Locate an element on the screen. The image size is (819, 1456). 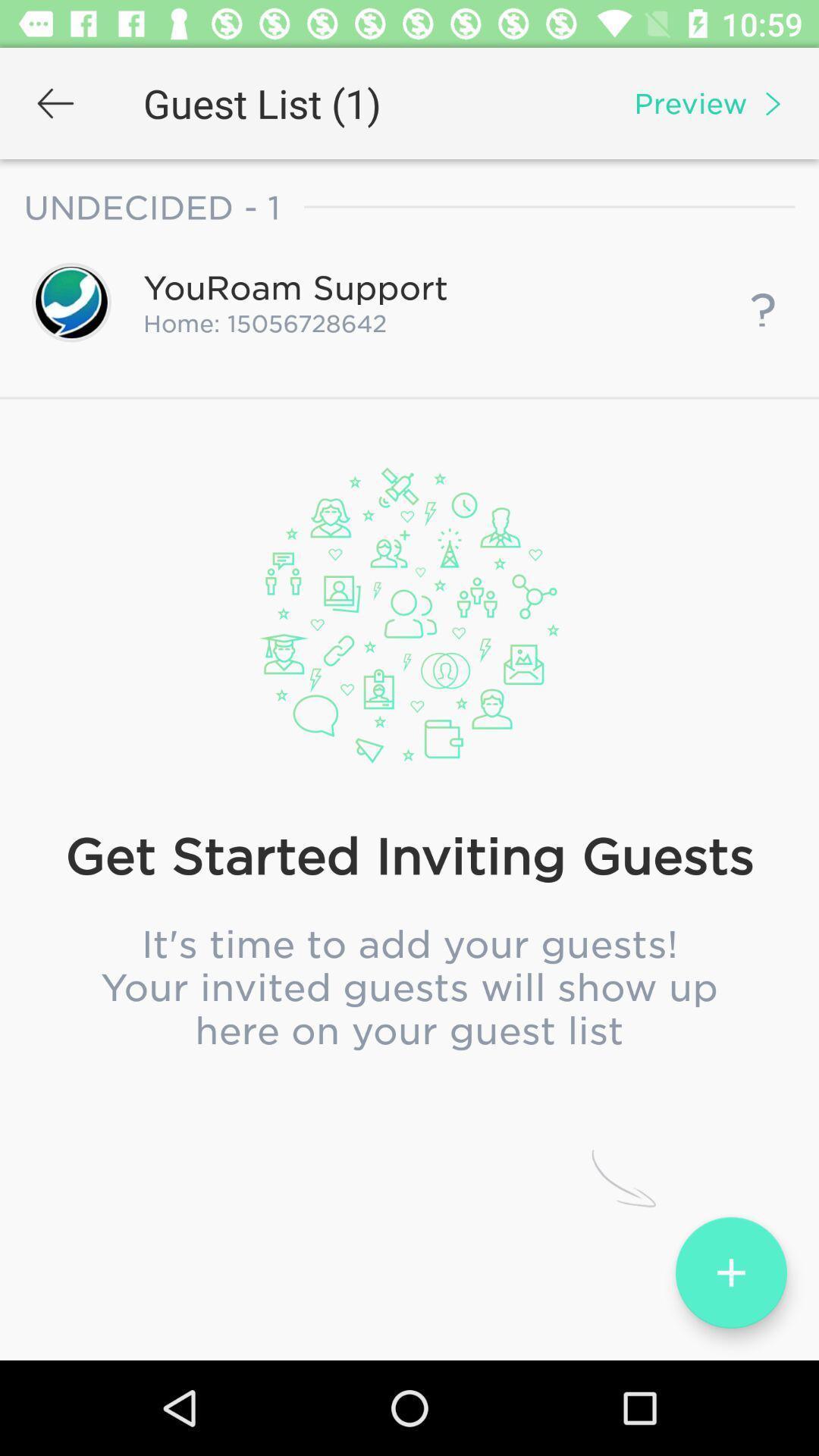
the item above undecided - 1 item is located at coordinates (55, 102).